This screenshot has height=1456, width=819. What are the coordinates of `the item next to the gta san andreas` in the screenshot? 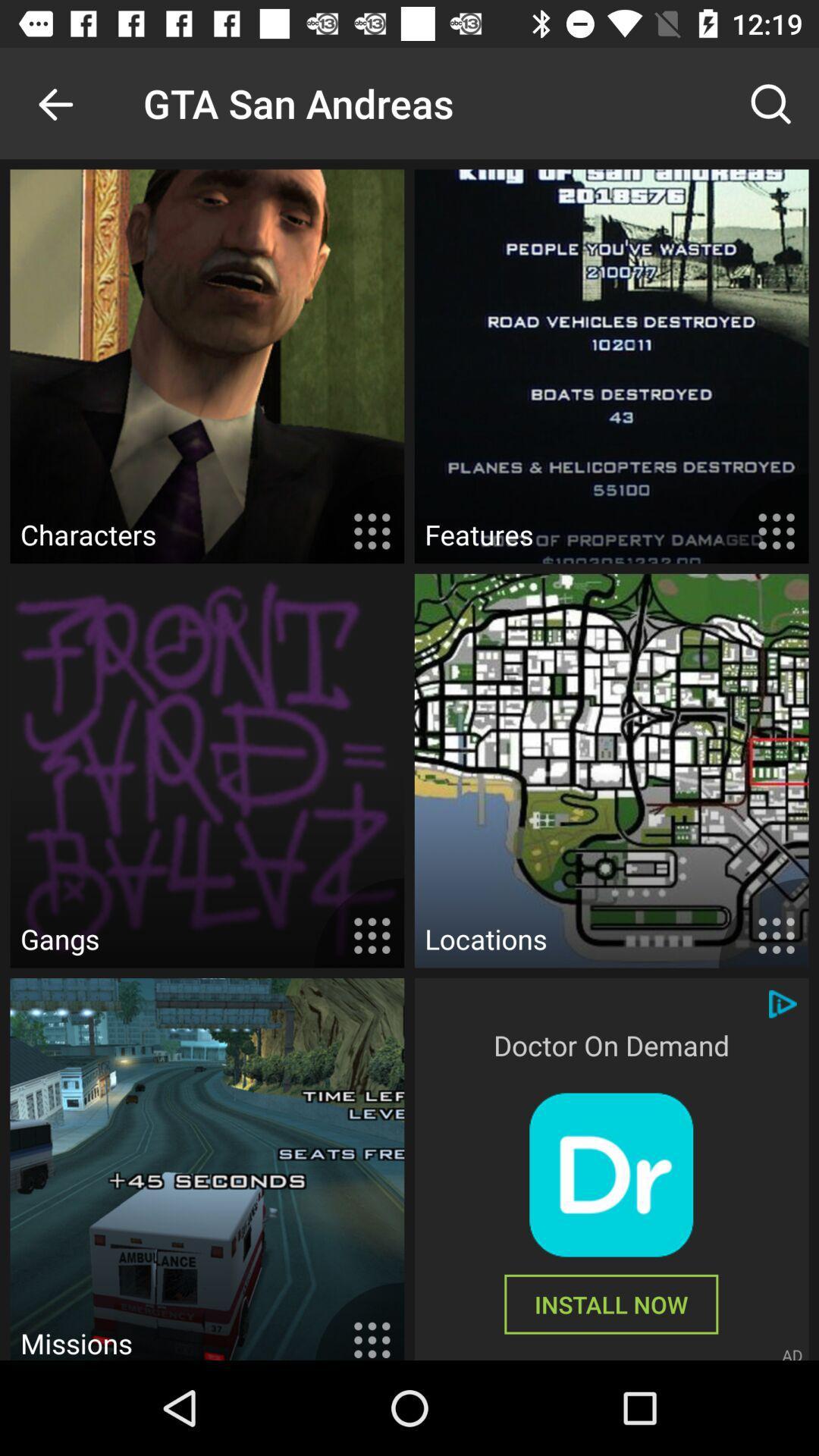 It's located at (771, 102).